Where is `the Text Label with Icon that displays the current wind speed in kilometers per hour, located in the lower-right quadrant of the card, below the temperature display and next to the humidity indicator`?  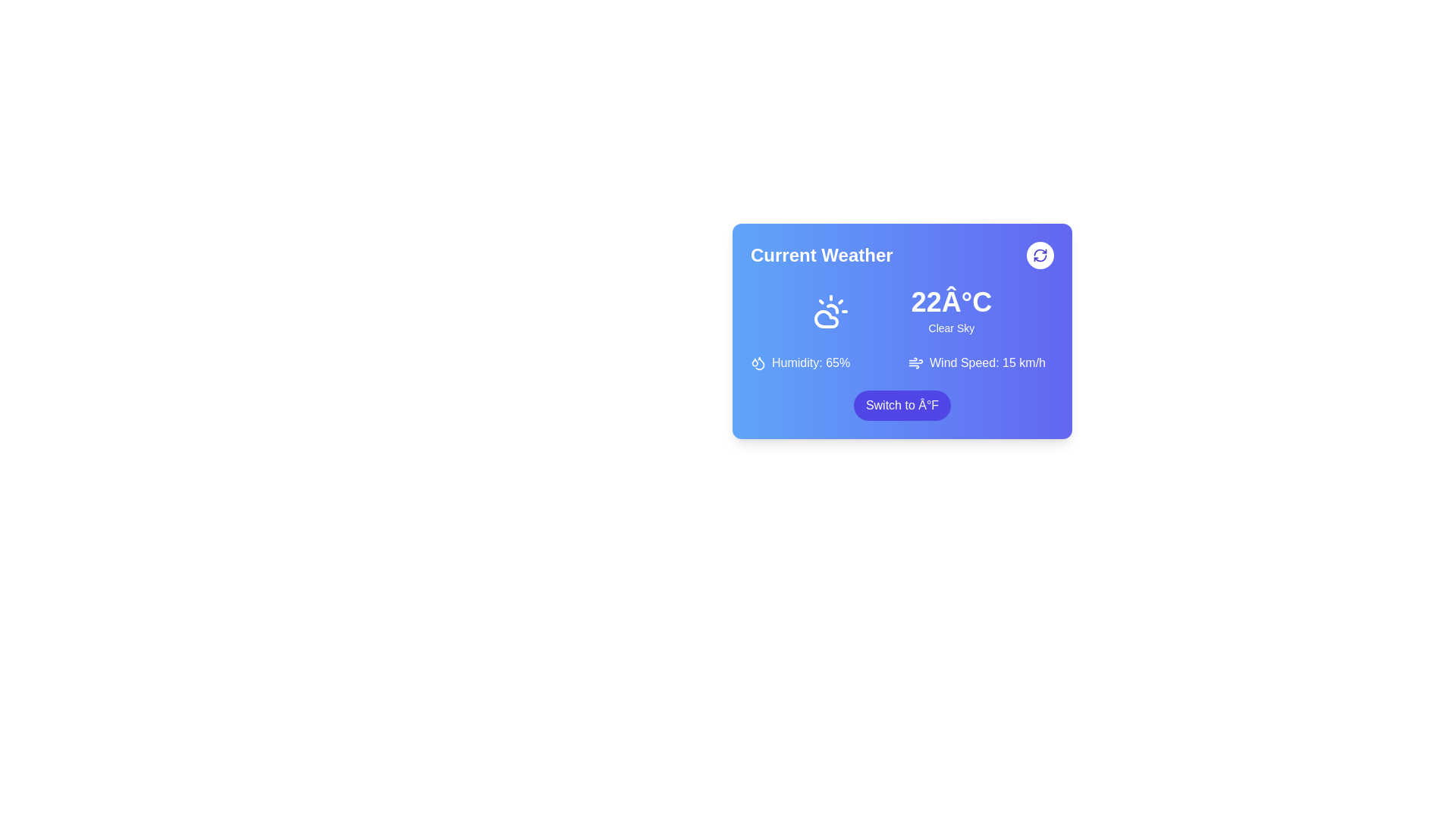
the Text Label with Icon that displays the current wind speed in kilometers per hour, located in the lower-right quadrant of the card, below the temperature display and next to the humidity indicator is located at coordinates (981, 362).